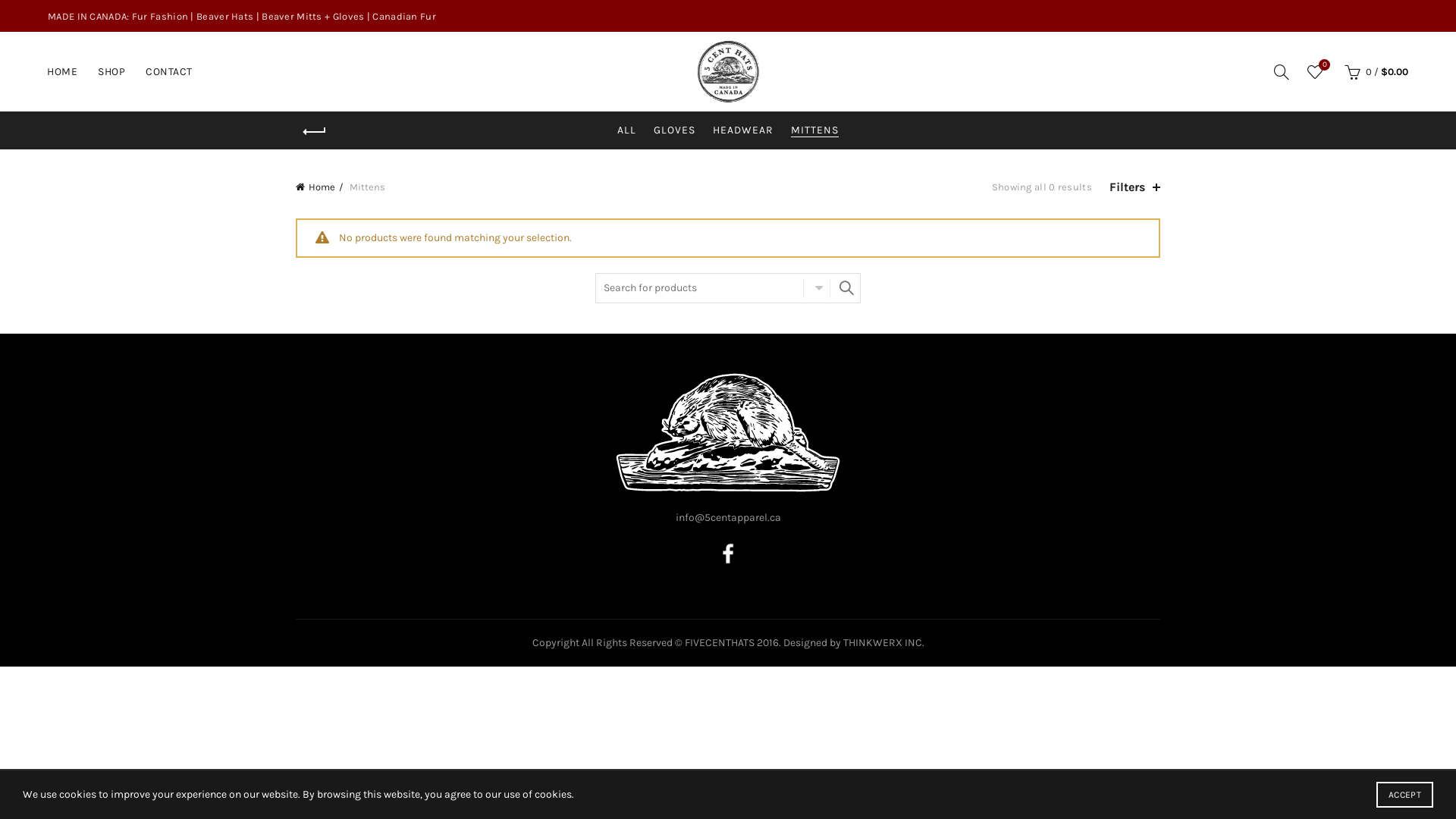  I want to click on 'SEARCH', so click(844, 288).